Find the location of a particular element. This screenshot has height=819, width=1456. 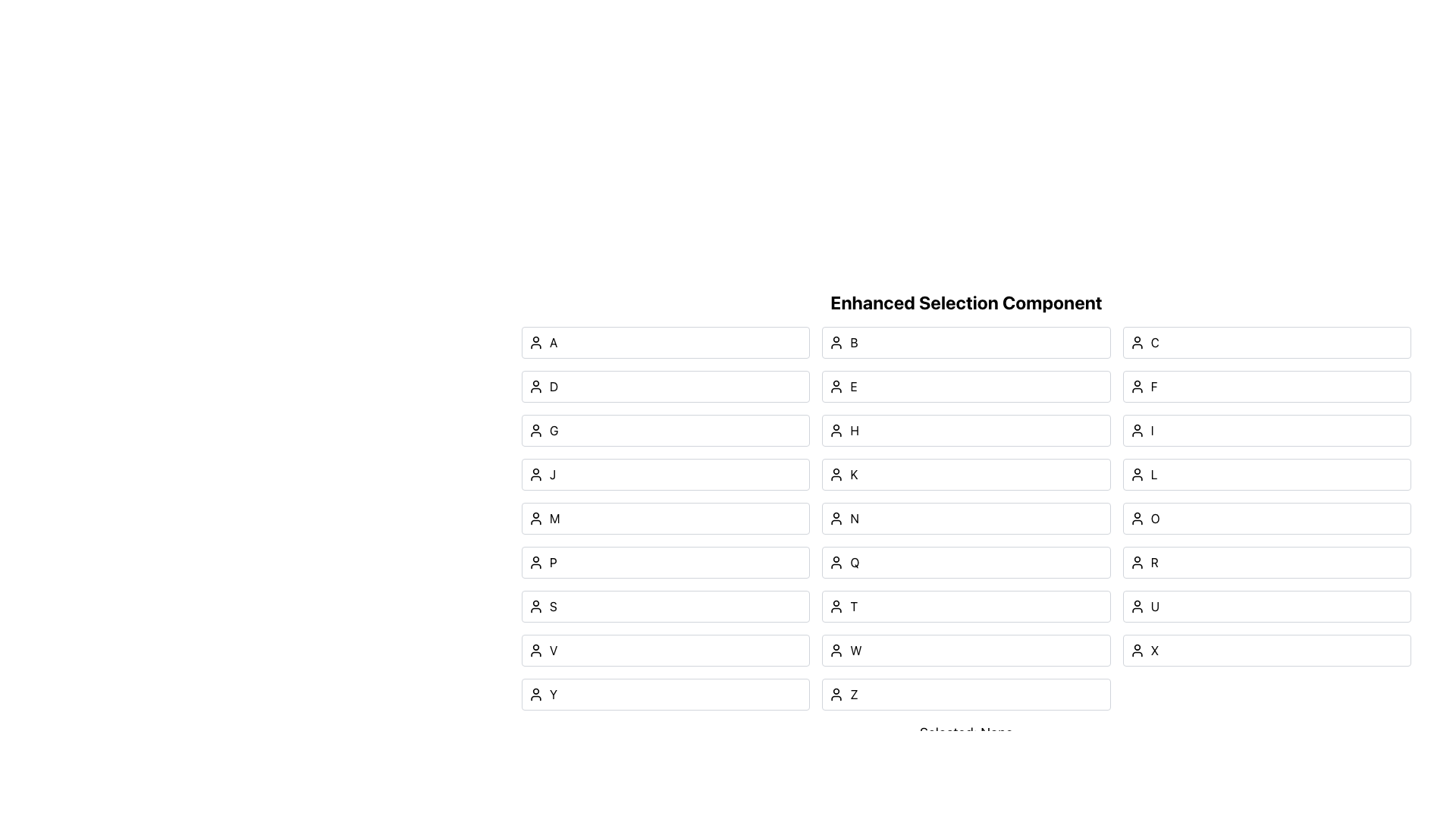

the interactive button for selecting the option corresponding to the letter 'S' is located at coordinates (666, 605).